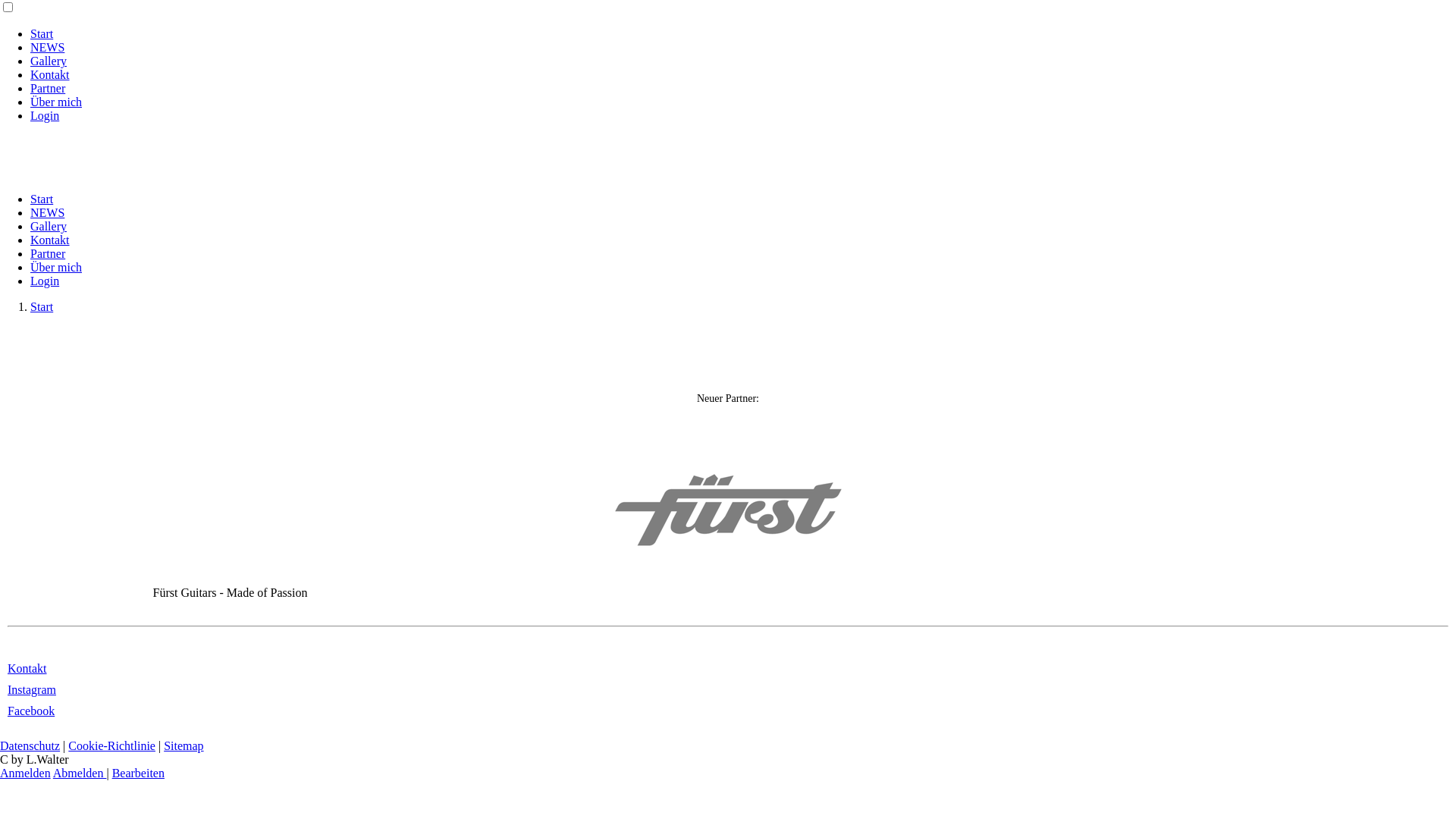 The height and width of the screenshot is (819, 1456). What do you see at coordinates (30, 198) in the screenshot?
I see `'Start'` at bounding box center [30, 198].